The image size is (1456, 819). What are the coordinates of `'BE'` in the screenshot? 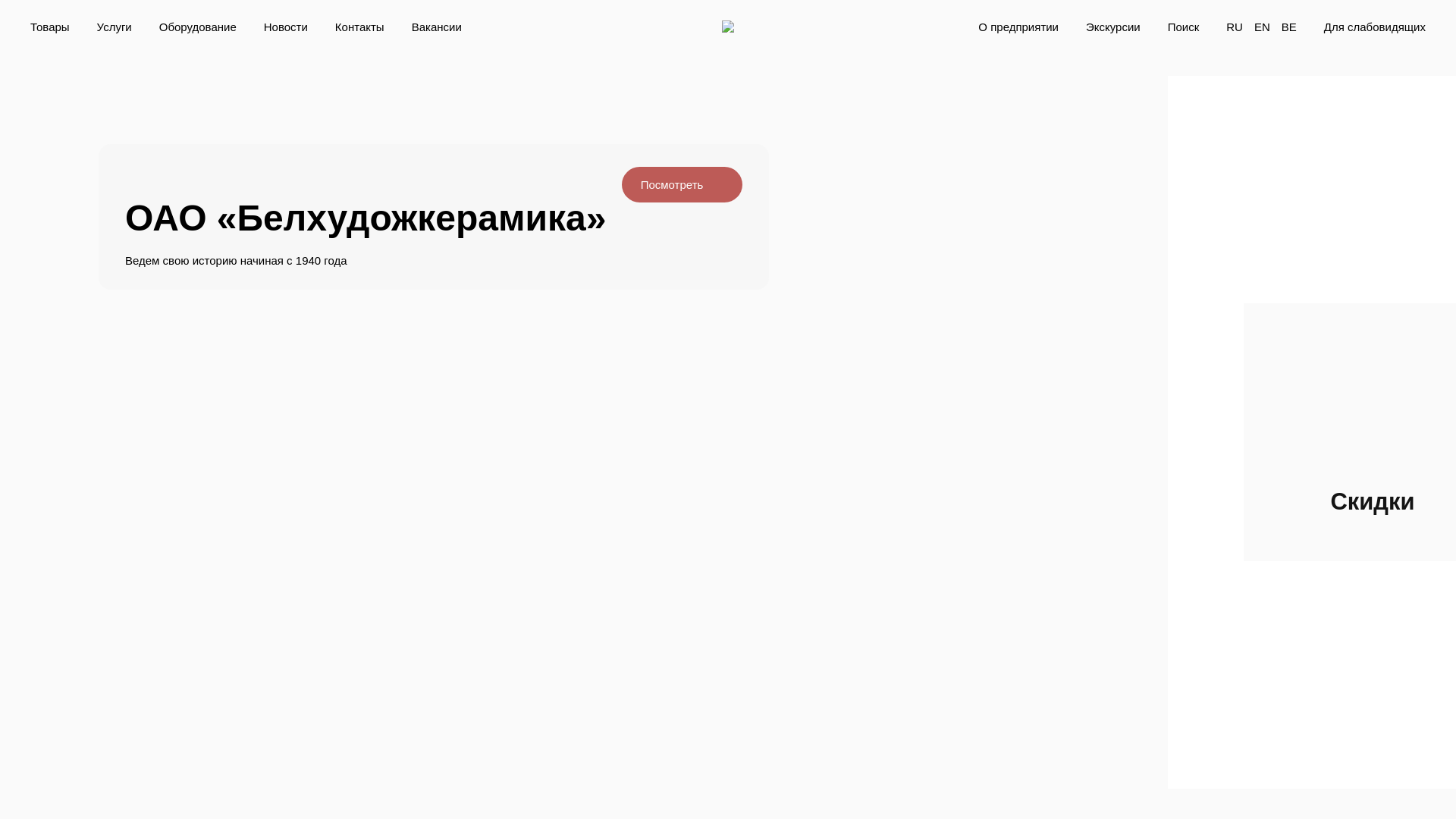 It's located at (1288, 26).